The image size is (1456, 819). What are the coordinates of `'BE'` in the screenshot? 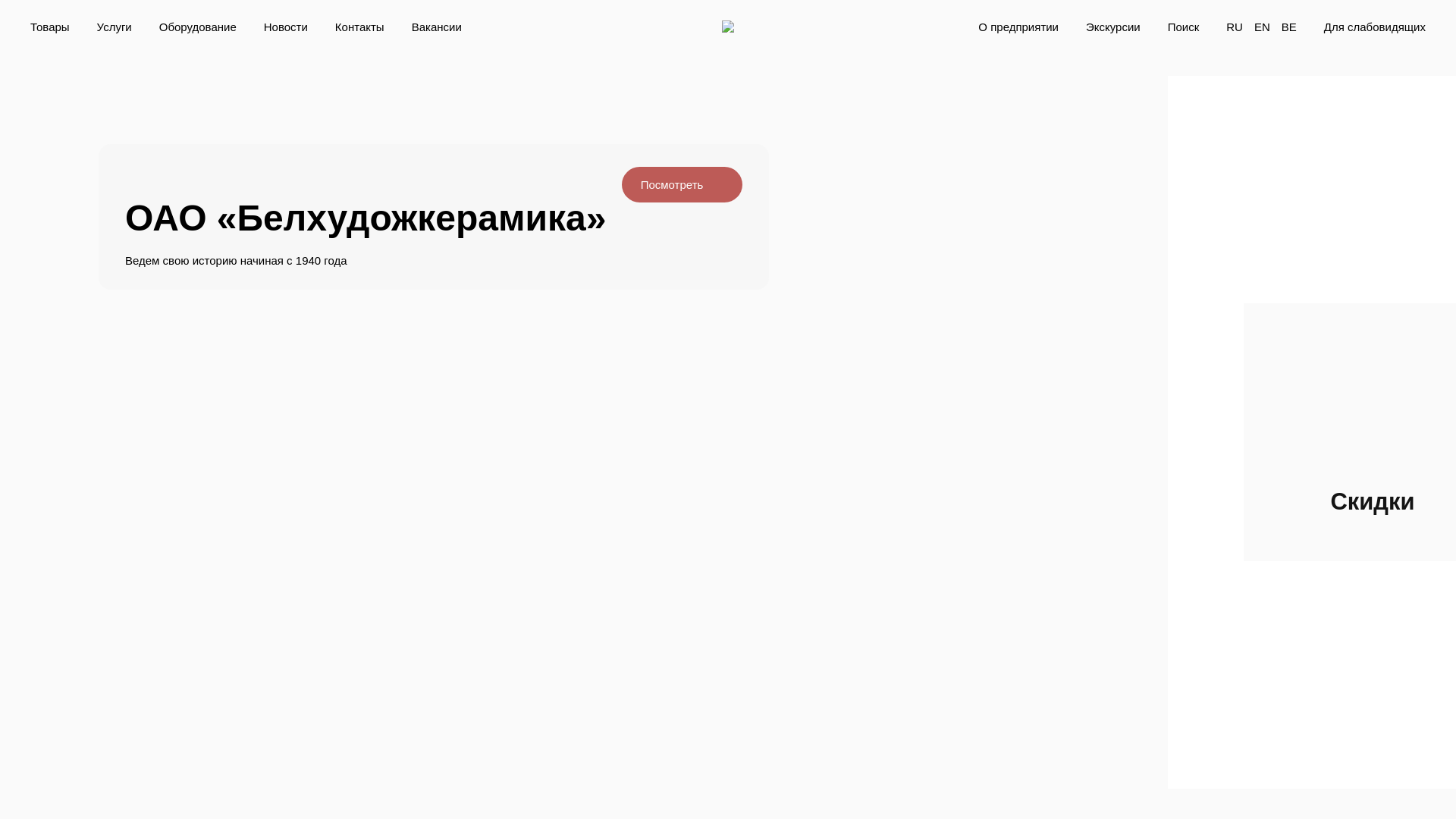 It's located at (1288, 26).